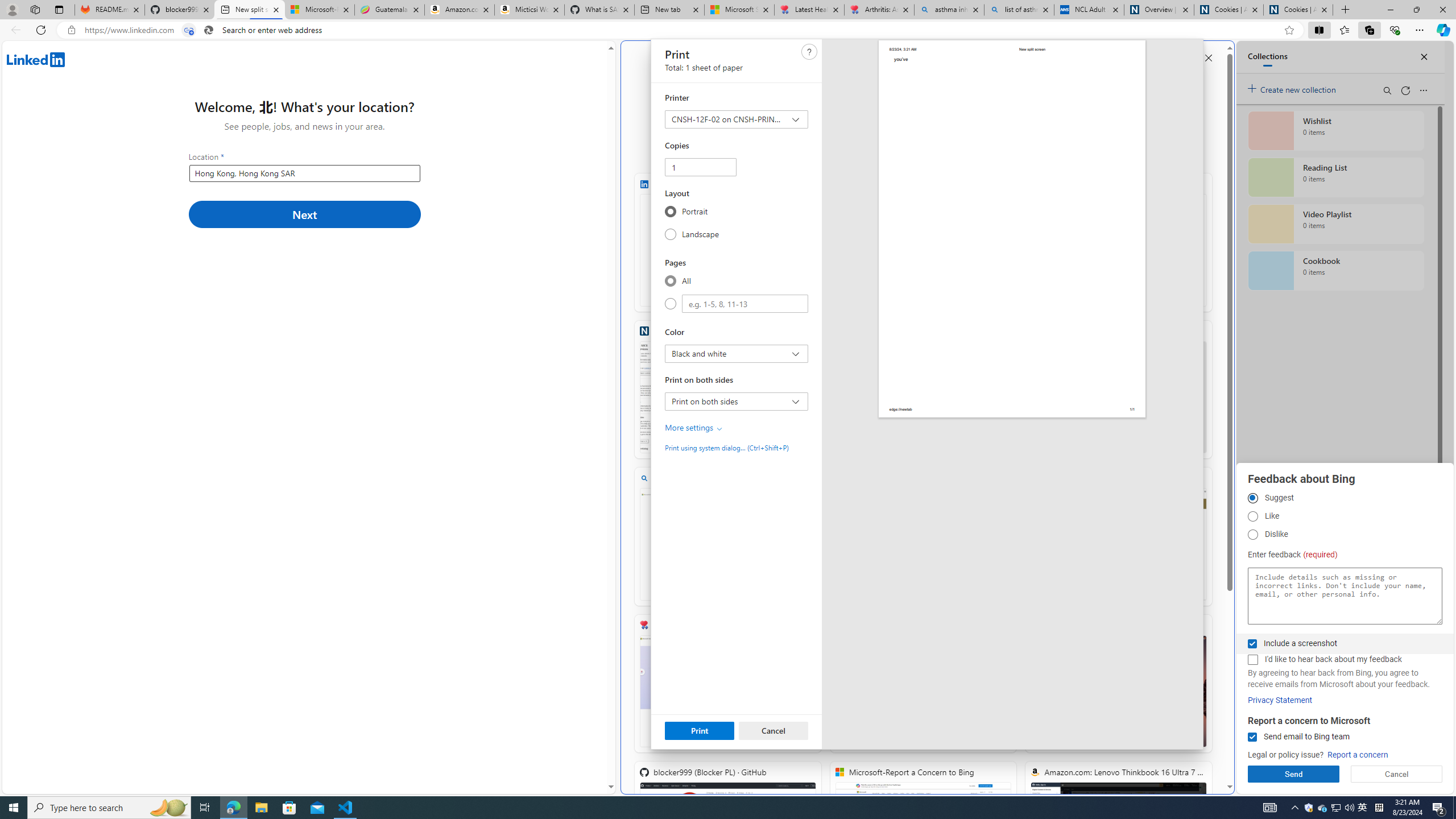 The width and height of the screenshot is (1456, 819). Describe the element at coordinates (670, 280) in the screenshot. I see `'All'` at that location.